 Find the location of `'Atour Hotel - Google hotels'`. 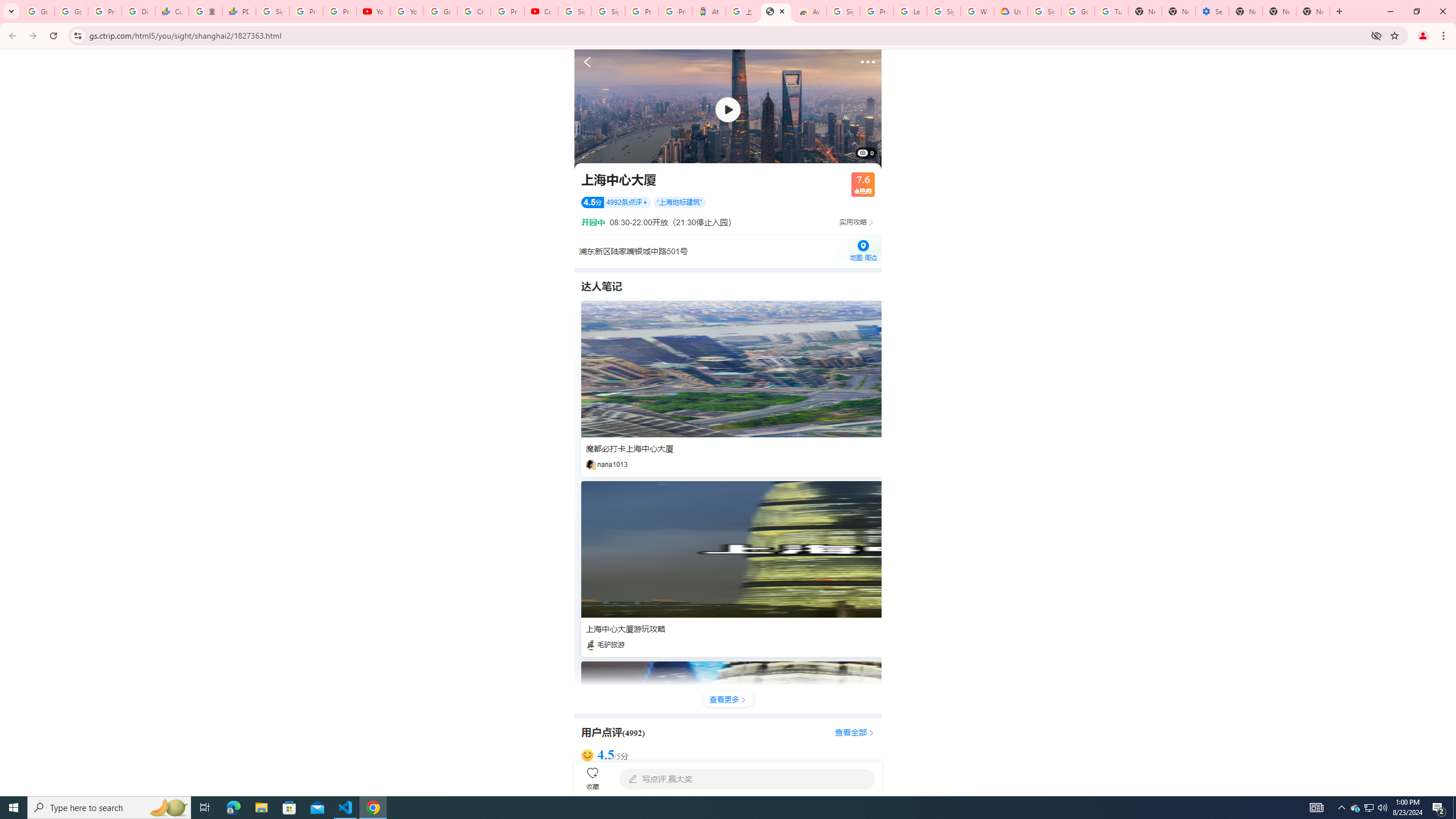

'Atour Hotel - Google hotels' is located at coordinates (709, 11).